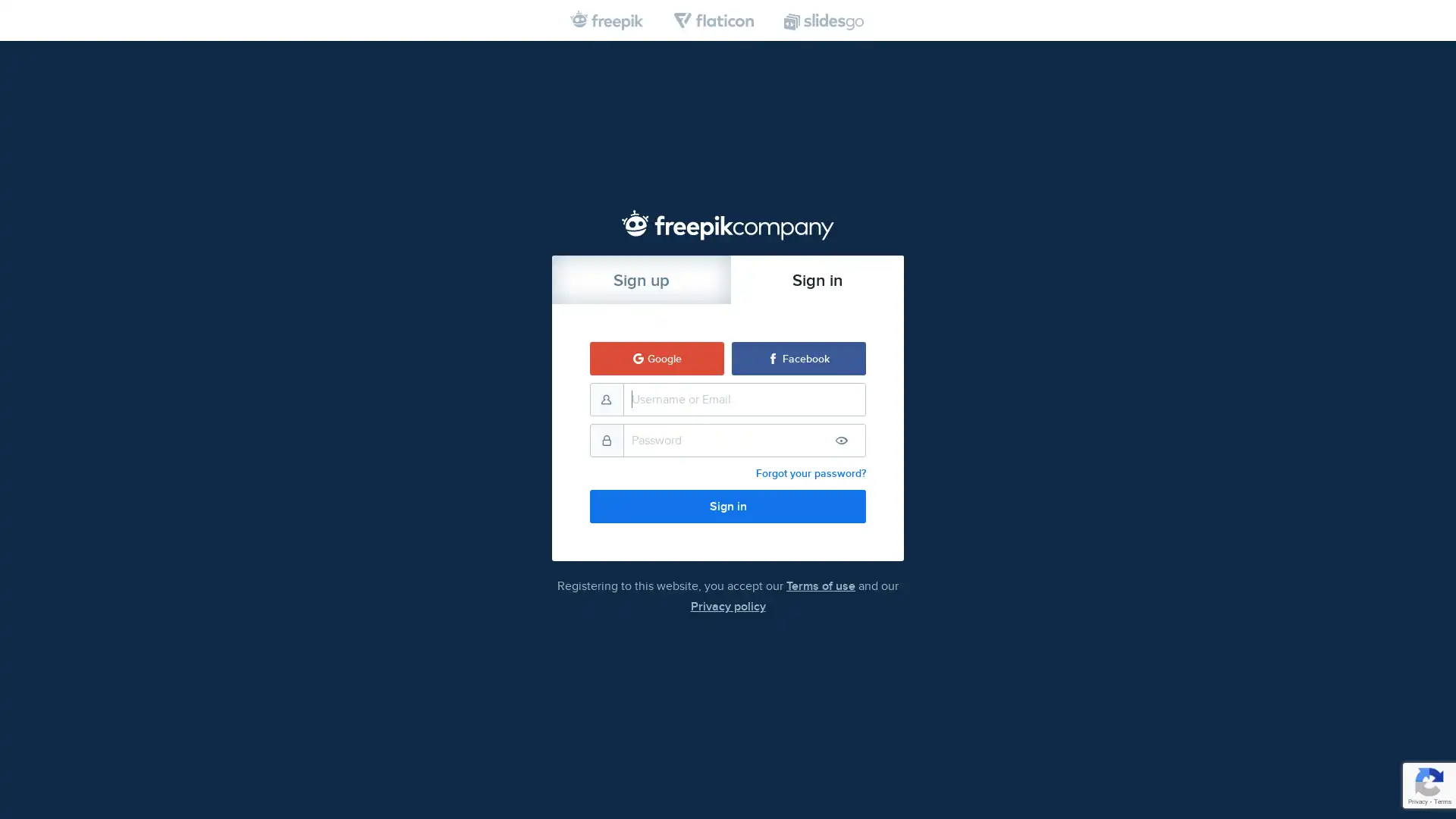 Image resolution: width=1456 pixels, height=819 pixels. Describe the element at coordinates (798, 357) in the screenshot. I see `Facebook` at that location.